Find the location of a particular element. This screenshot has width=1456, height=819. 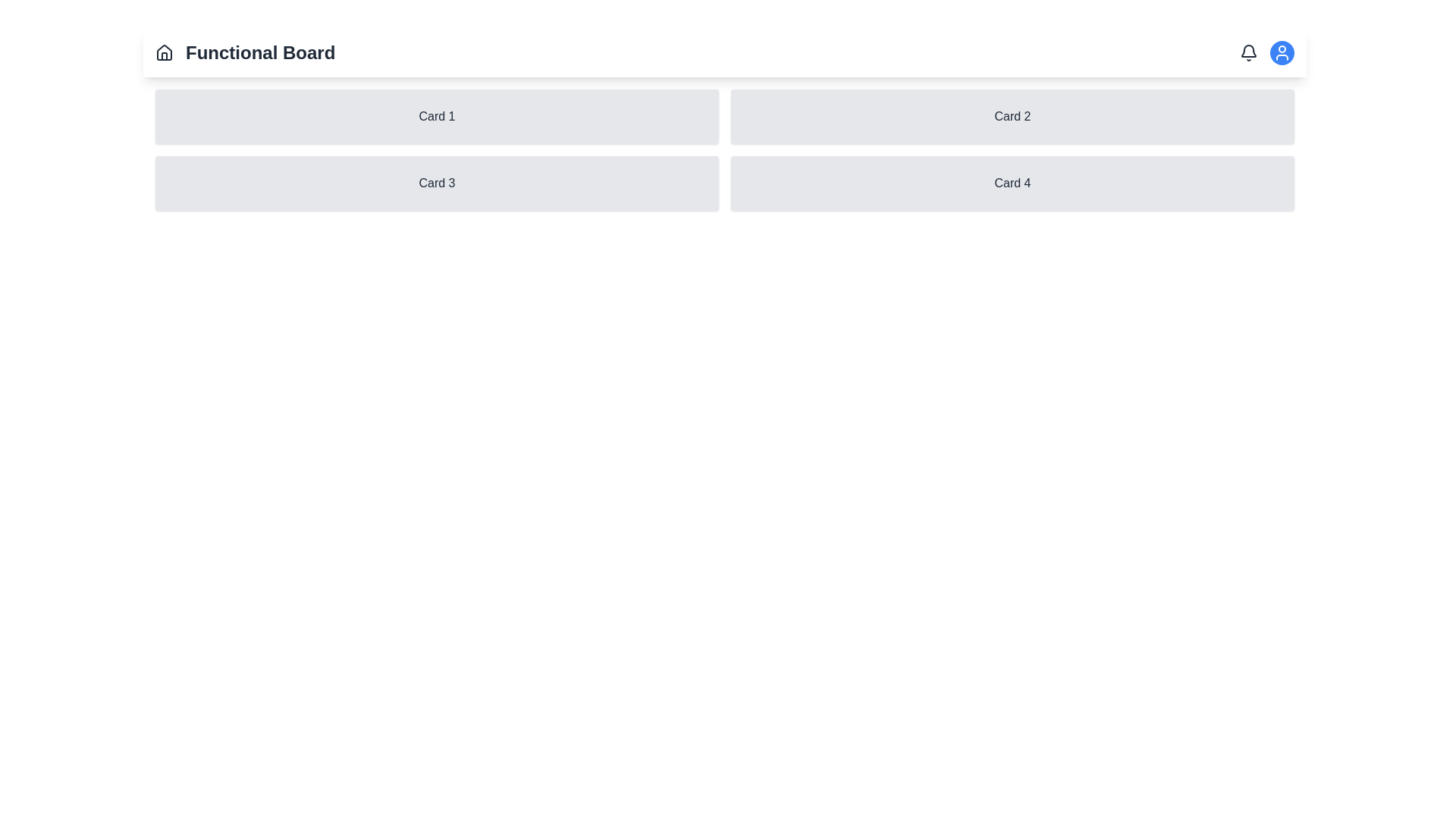

the bell icon is located at coordinates (1248, 52).